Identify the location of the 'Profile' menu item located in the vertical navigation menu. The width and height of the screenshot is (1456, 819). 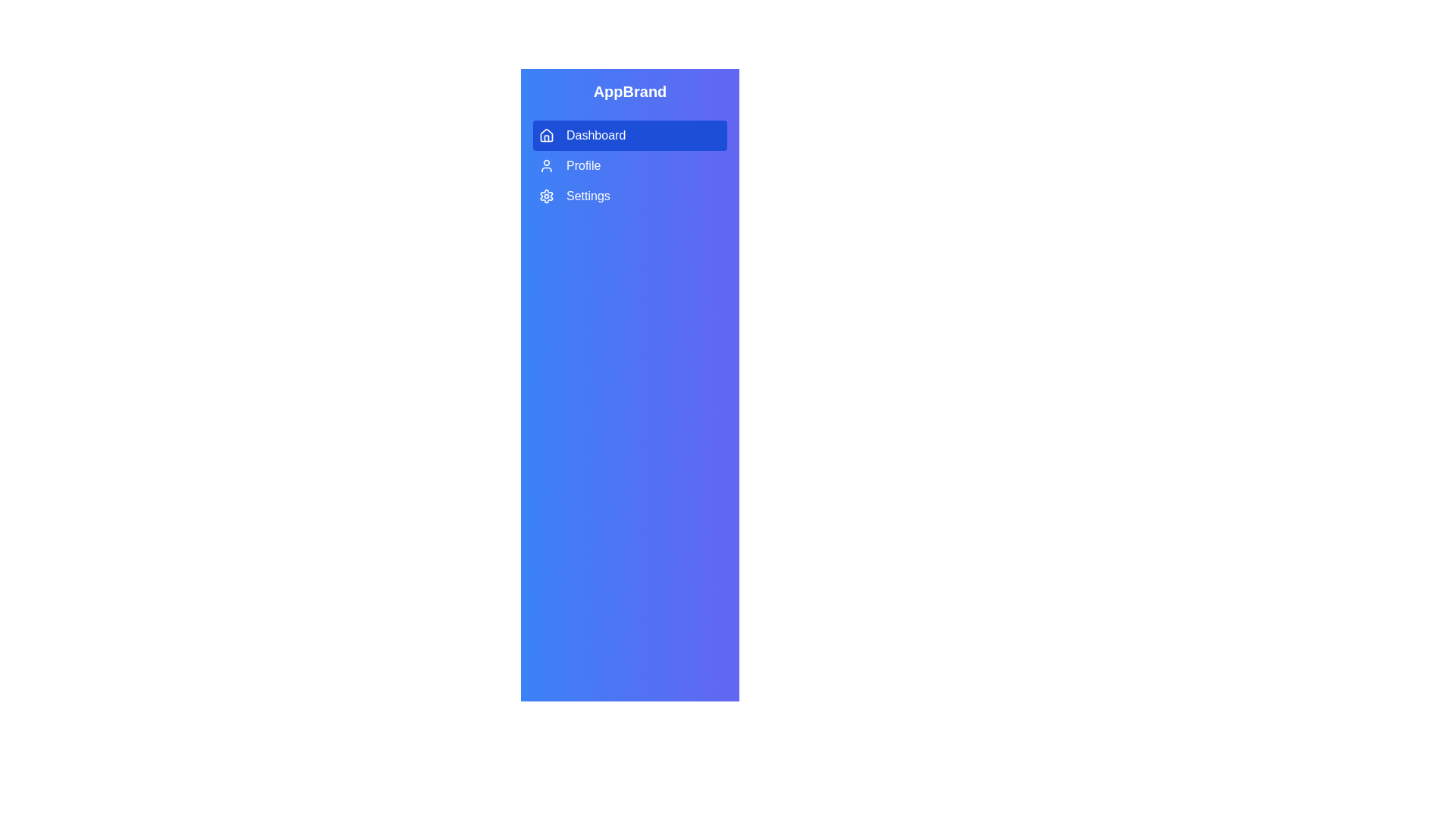
(629, 166).